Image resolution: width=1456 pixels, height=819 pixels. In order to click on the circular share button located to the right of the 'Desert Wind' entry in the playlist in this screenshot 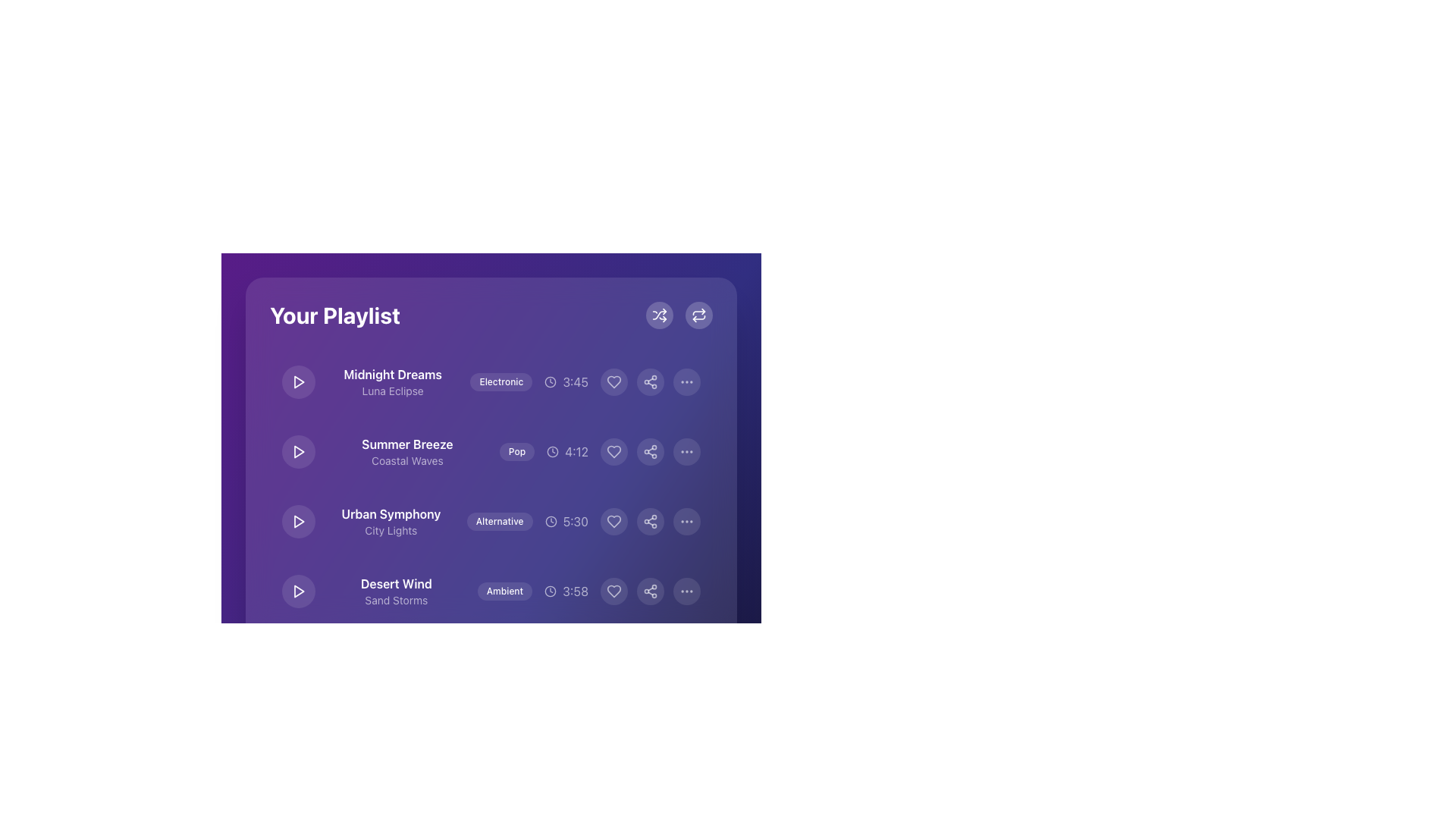, I will do `click(651, 590)`.